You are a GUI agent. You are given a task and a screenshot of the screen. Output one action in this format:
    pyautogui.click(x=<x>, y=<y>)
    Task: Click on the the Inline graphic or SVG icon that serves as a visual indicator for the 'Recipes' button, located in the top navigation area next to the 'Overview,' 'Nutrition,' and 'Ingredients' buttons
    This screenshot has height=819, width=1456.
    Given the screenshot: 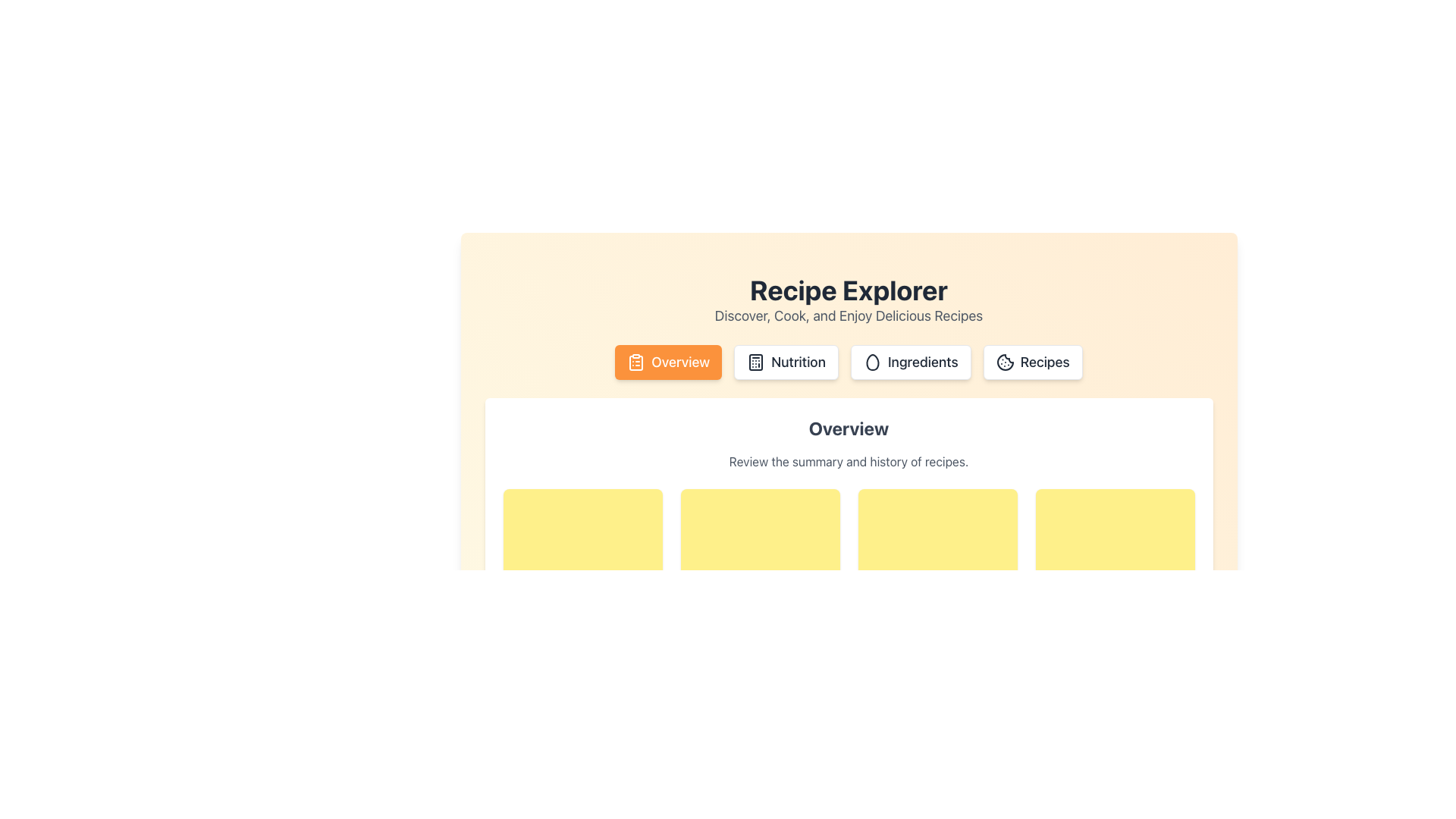 What is the action you would take?
    pyautogui.click(x=1005, y=362)
    